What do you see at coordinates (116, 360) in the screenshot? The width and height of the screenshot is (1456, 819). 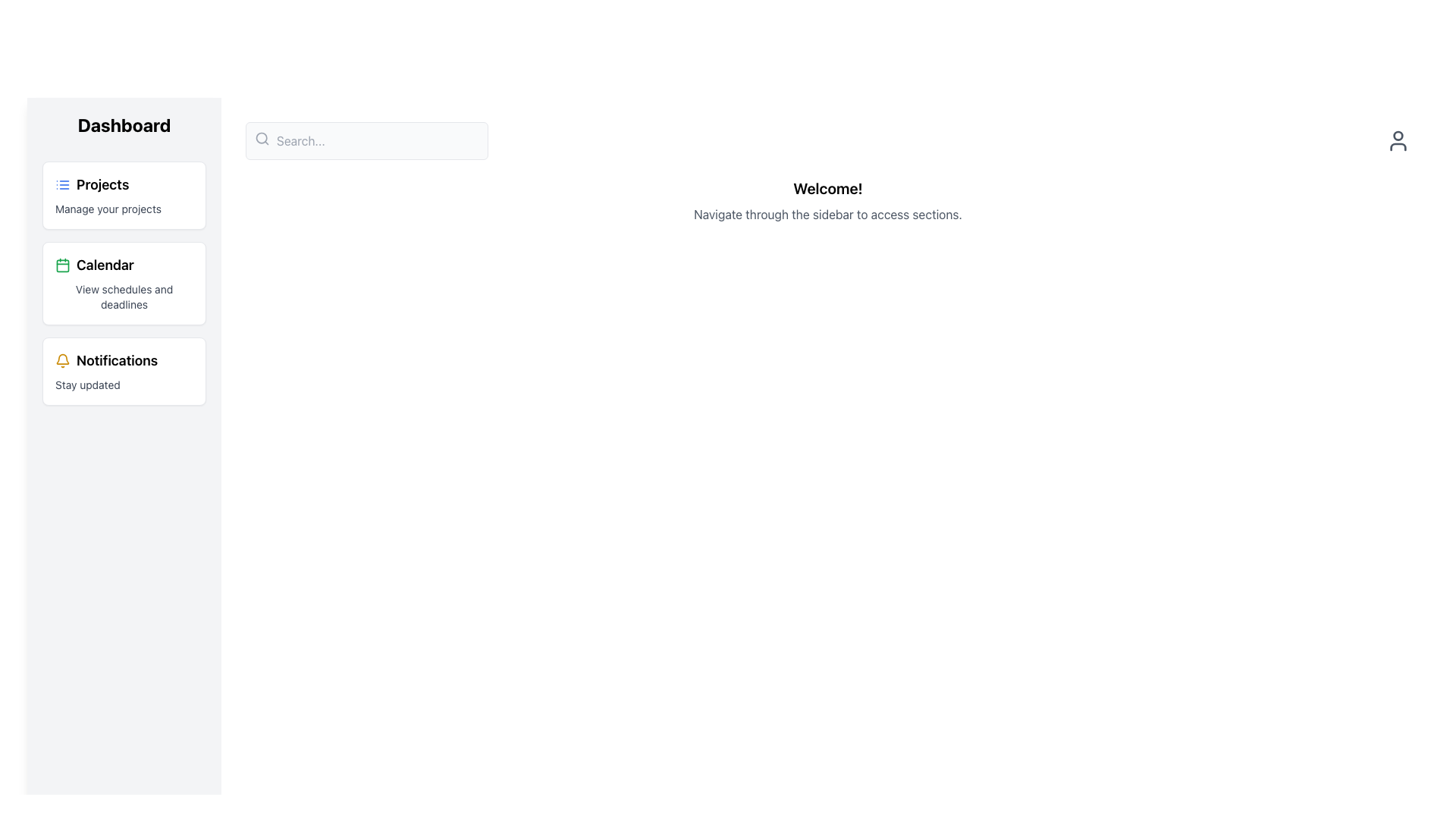 I see `the bold 'Notifications' text label located in the vertical navigation menu on the left side of the interface, which is the third item in the list and adjacent to a yellow bell icon` at bounding box center [116, 360].